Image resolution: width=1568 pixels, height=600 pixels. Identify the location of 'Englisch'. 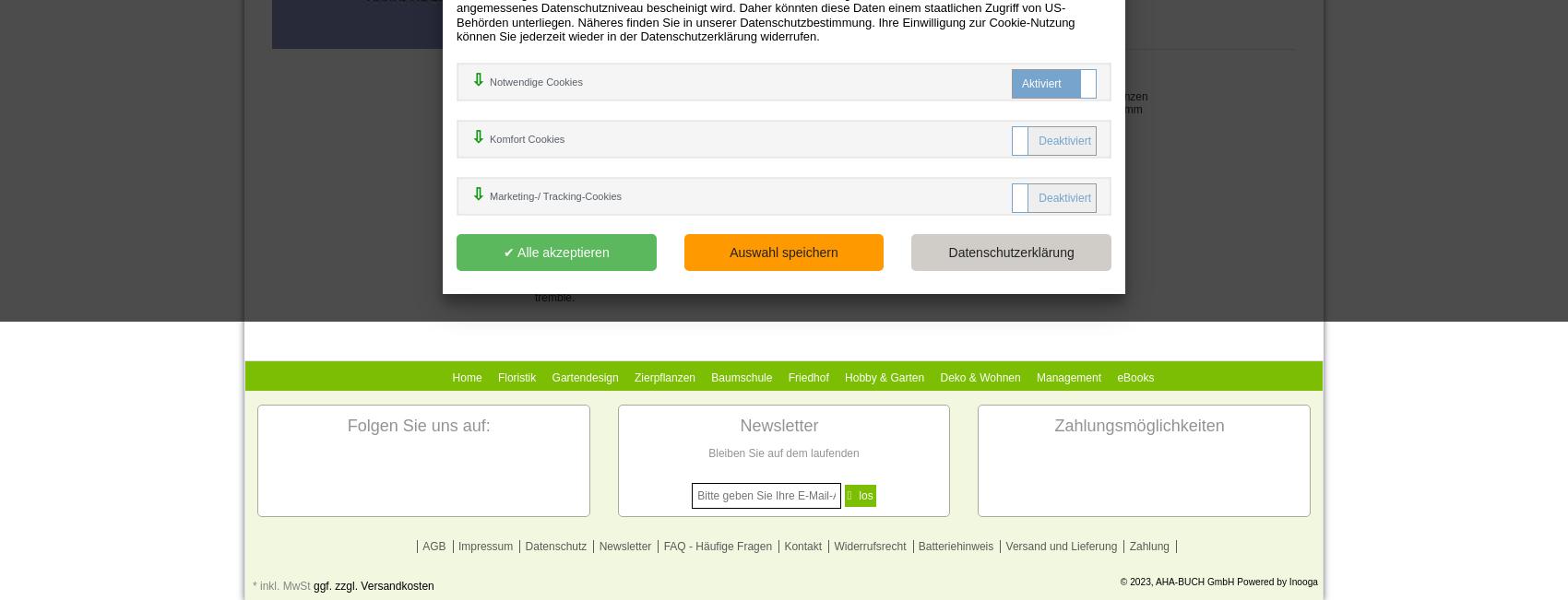
(686, 121).